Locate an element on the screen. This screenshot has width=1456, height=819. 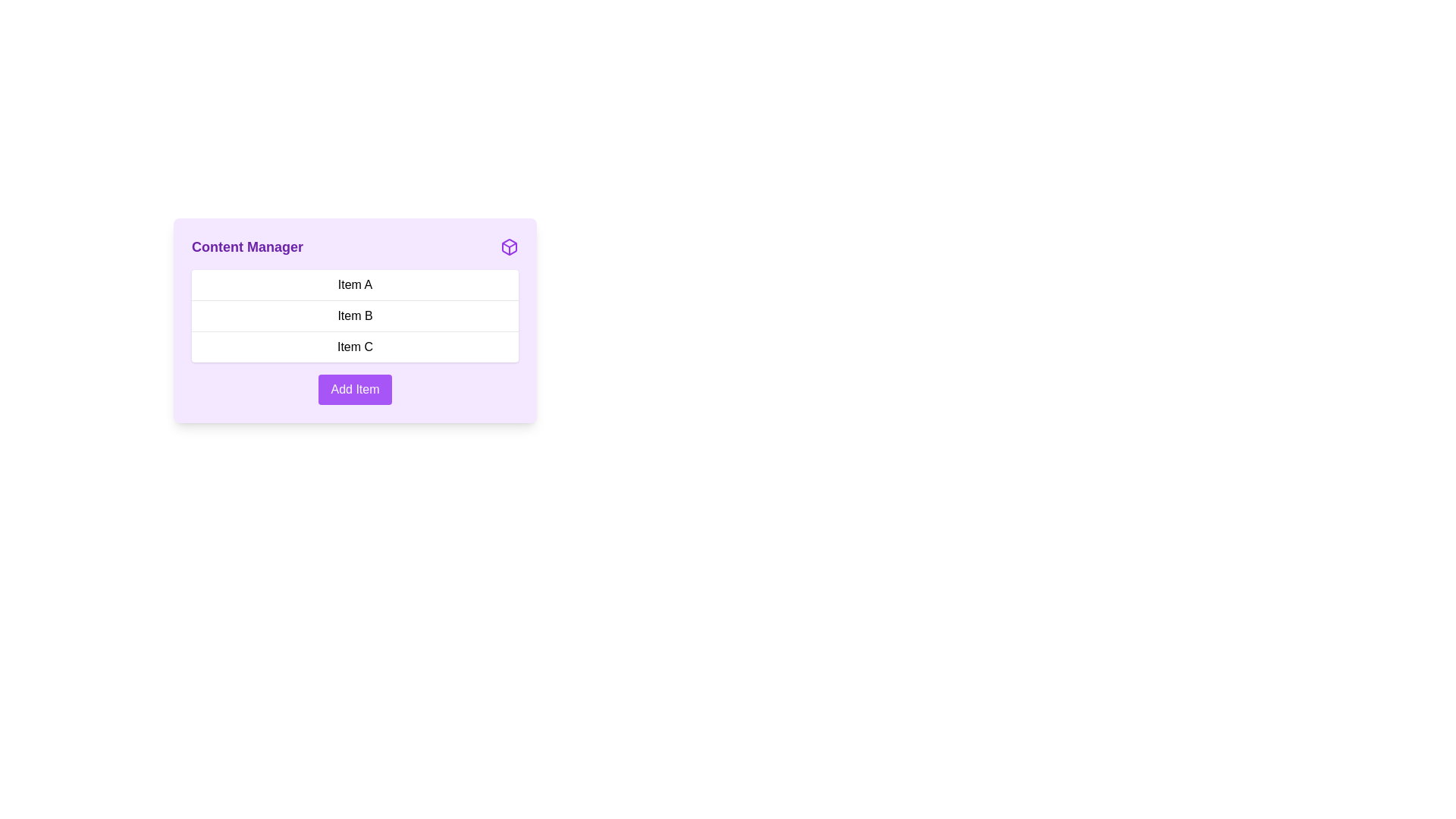
the first Text element in the stylized list item of the content manager interface, which is positioned above 'Item B' and 'Item C.' is located at coordinates (354, 284).